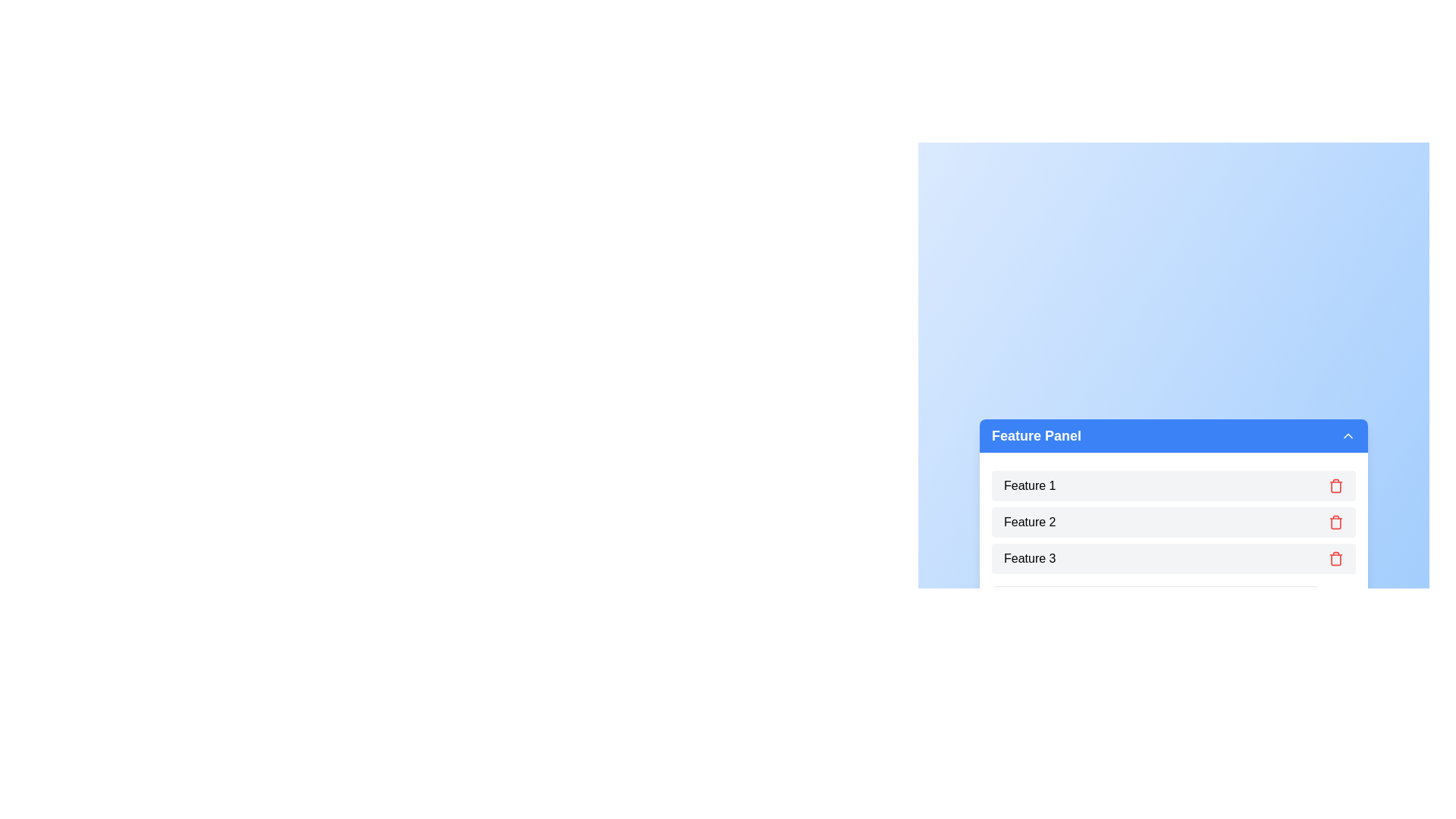  I want to click on the text 'Feature 2' in the horizontally-aligned list item for further actions, so click(1173, 522).